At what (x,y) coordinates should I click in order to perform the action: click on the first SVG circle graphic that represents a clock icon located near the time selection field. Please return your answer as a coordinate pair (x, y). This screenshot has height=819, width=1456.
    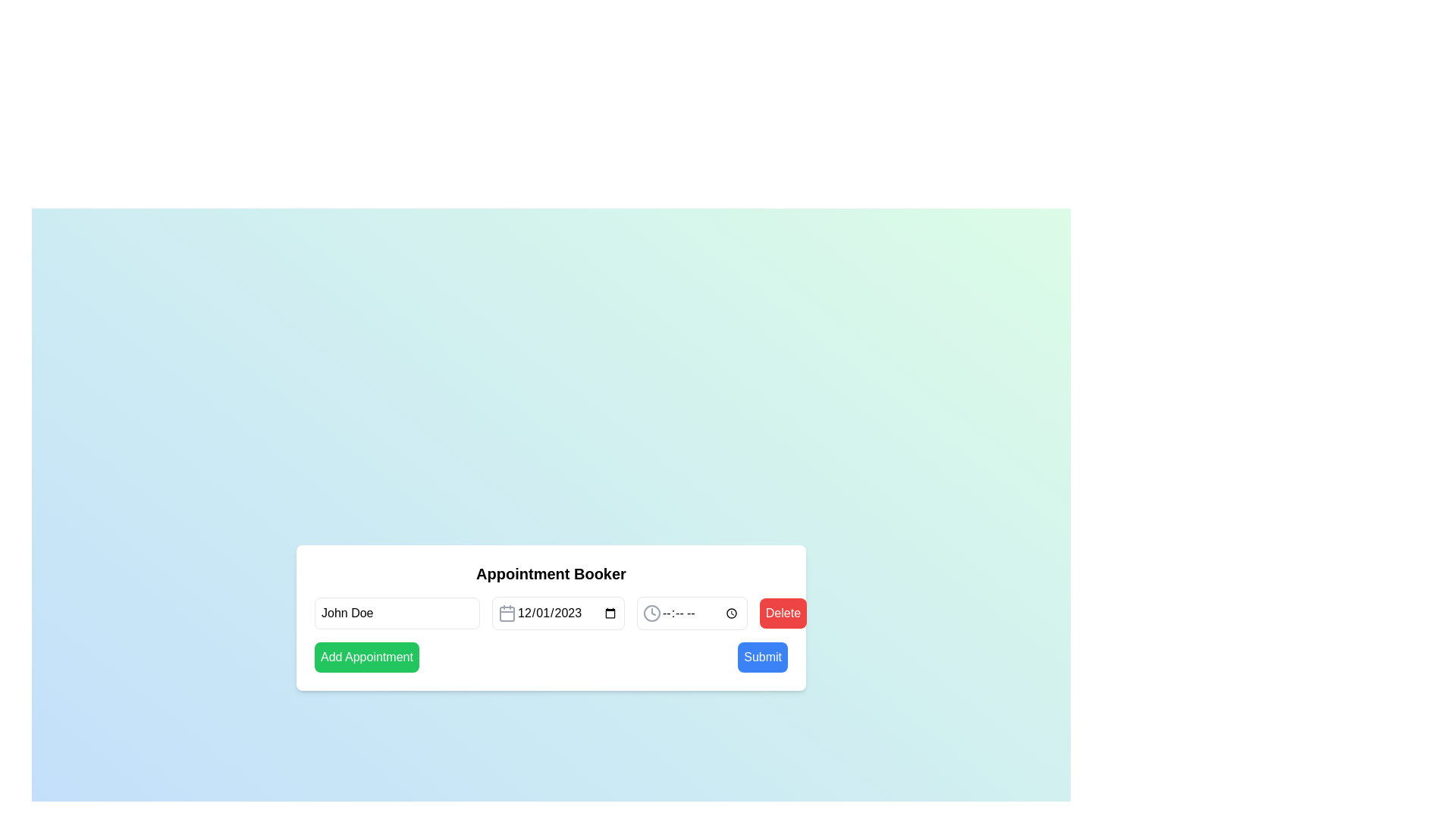
    Looking at the image, I should click on (651, 613).